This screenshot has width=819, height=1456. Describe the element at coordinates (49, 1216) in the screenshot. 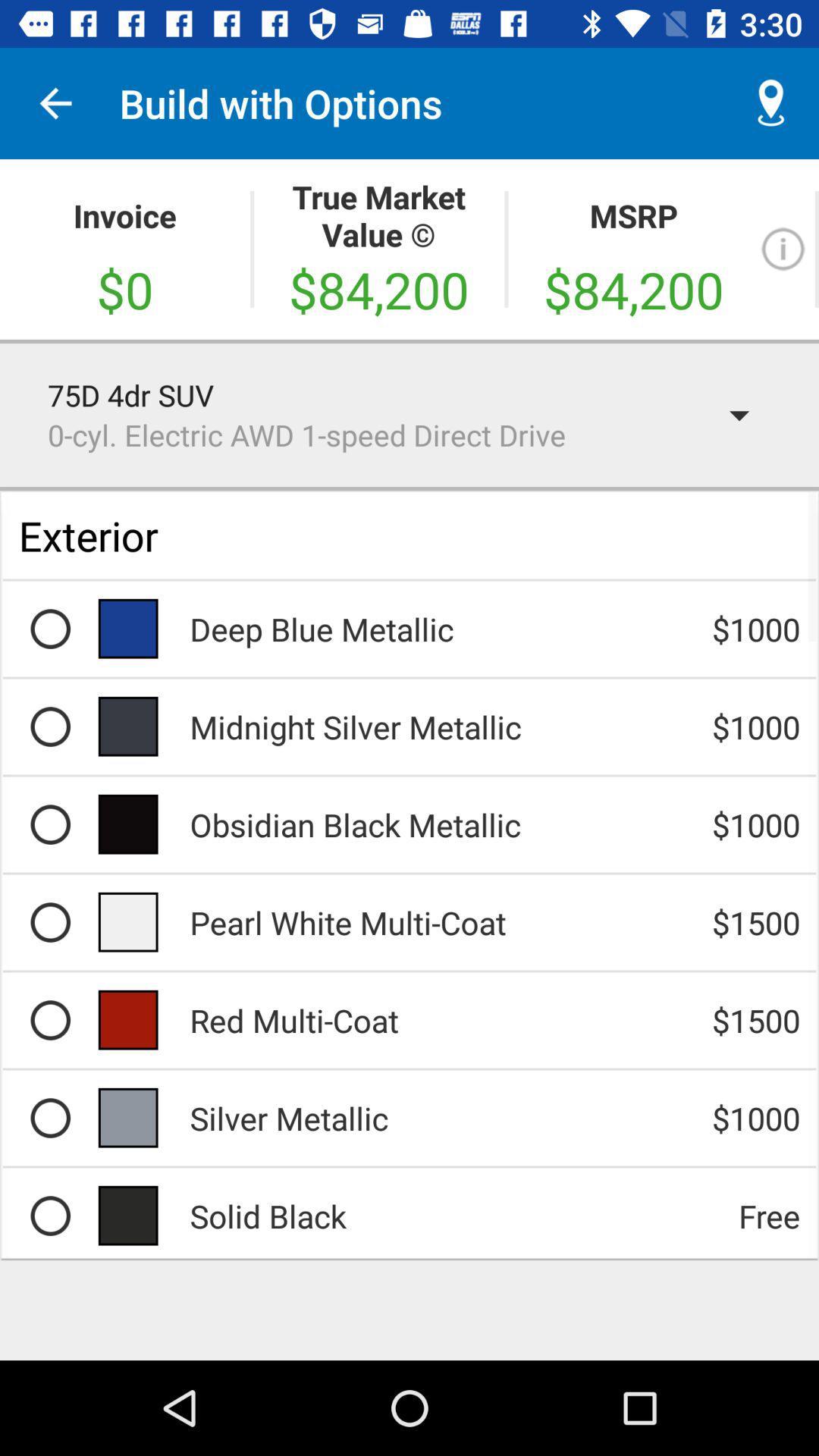

I see `the black` at that location.